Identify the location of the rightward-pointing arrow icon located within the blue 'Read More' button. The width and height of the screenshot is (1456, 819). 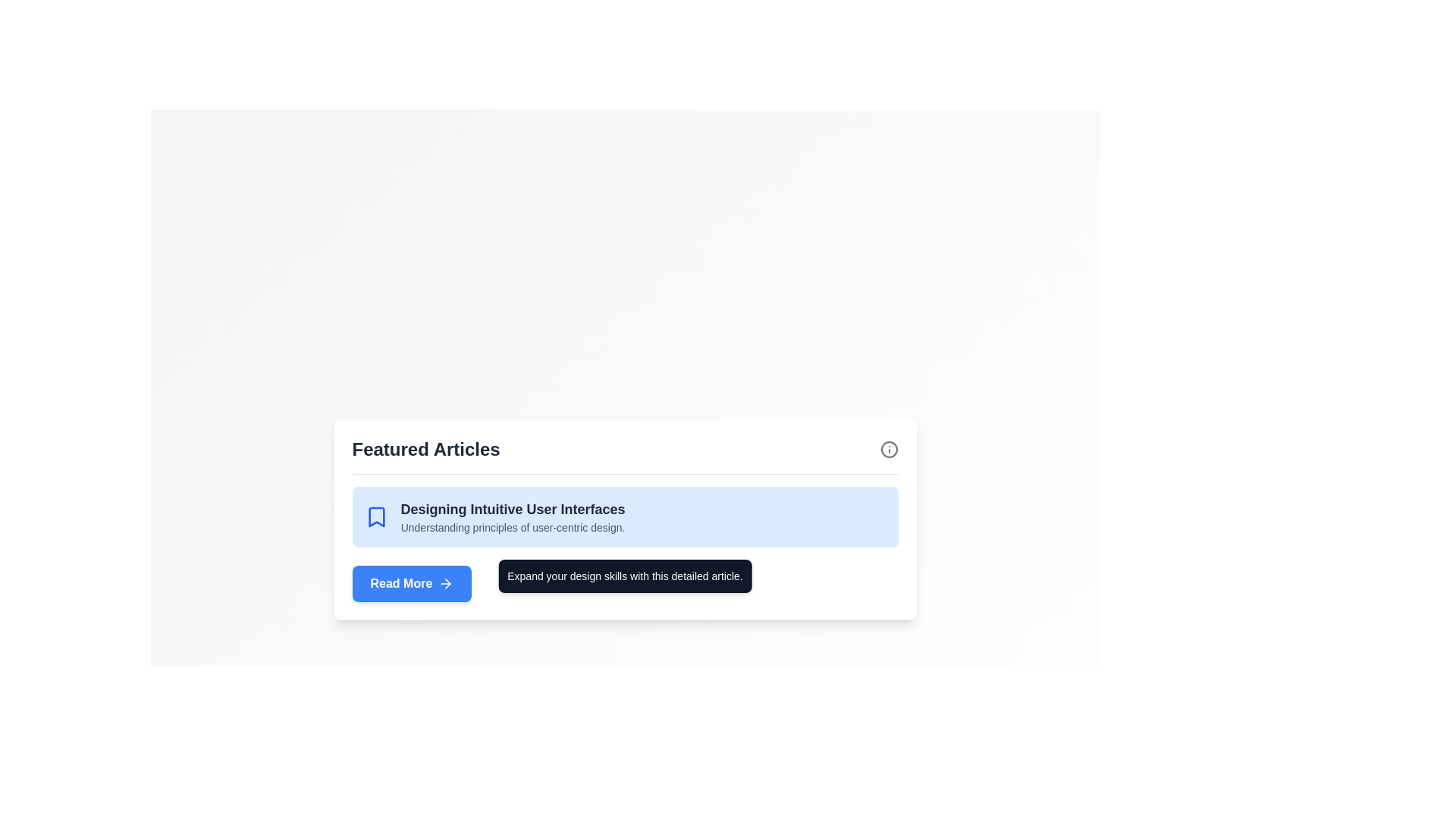
(445, 582).